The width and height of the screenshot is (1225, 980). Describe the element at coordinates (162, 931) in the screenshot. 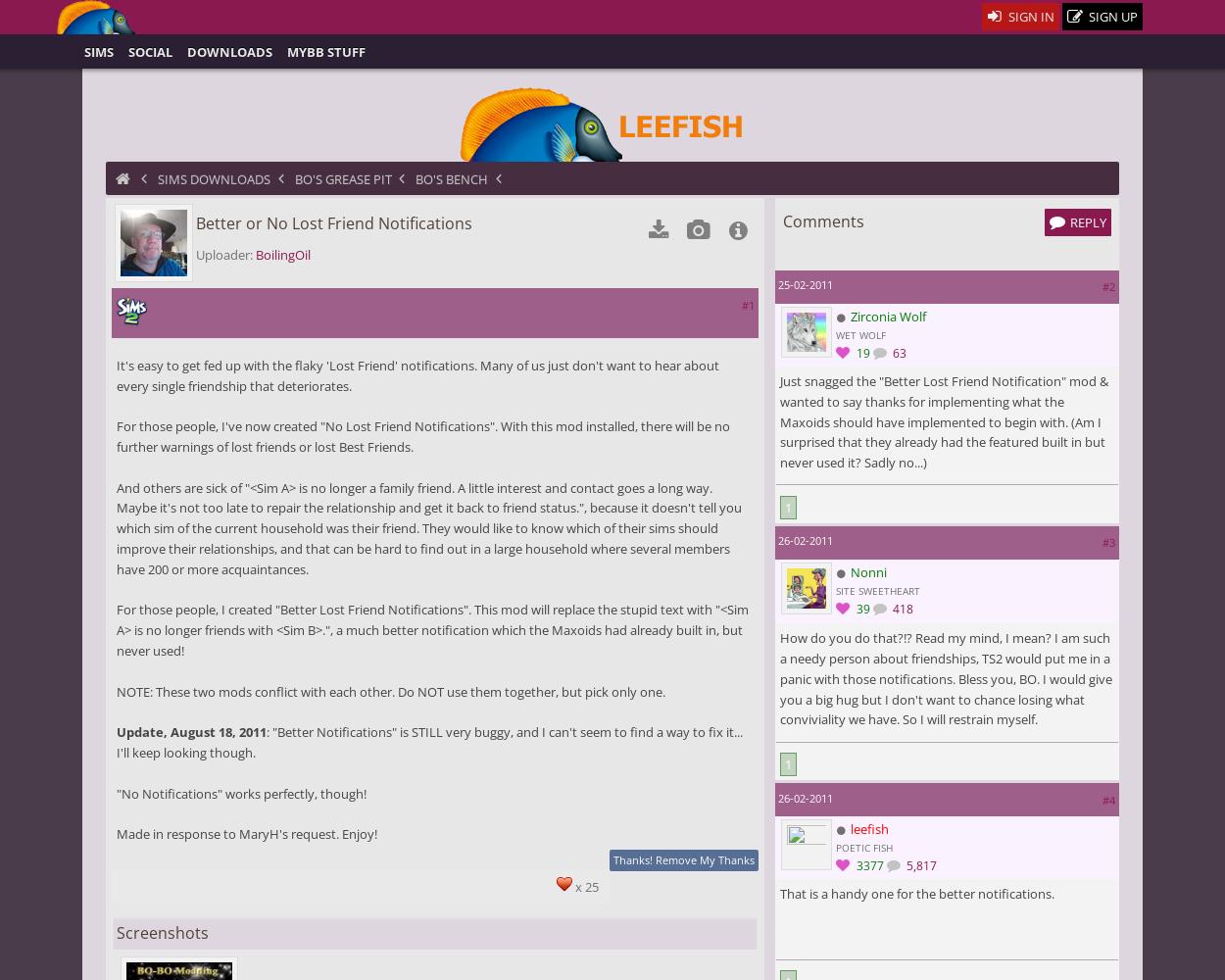

I see `'Screenshots'` at that location.